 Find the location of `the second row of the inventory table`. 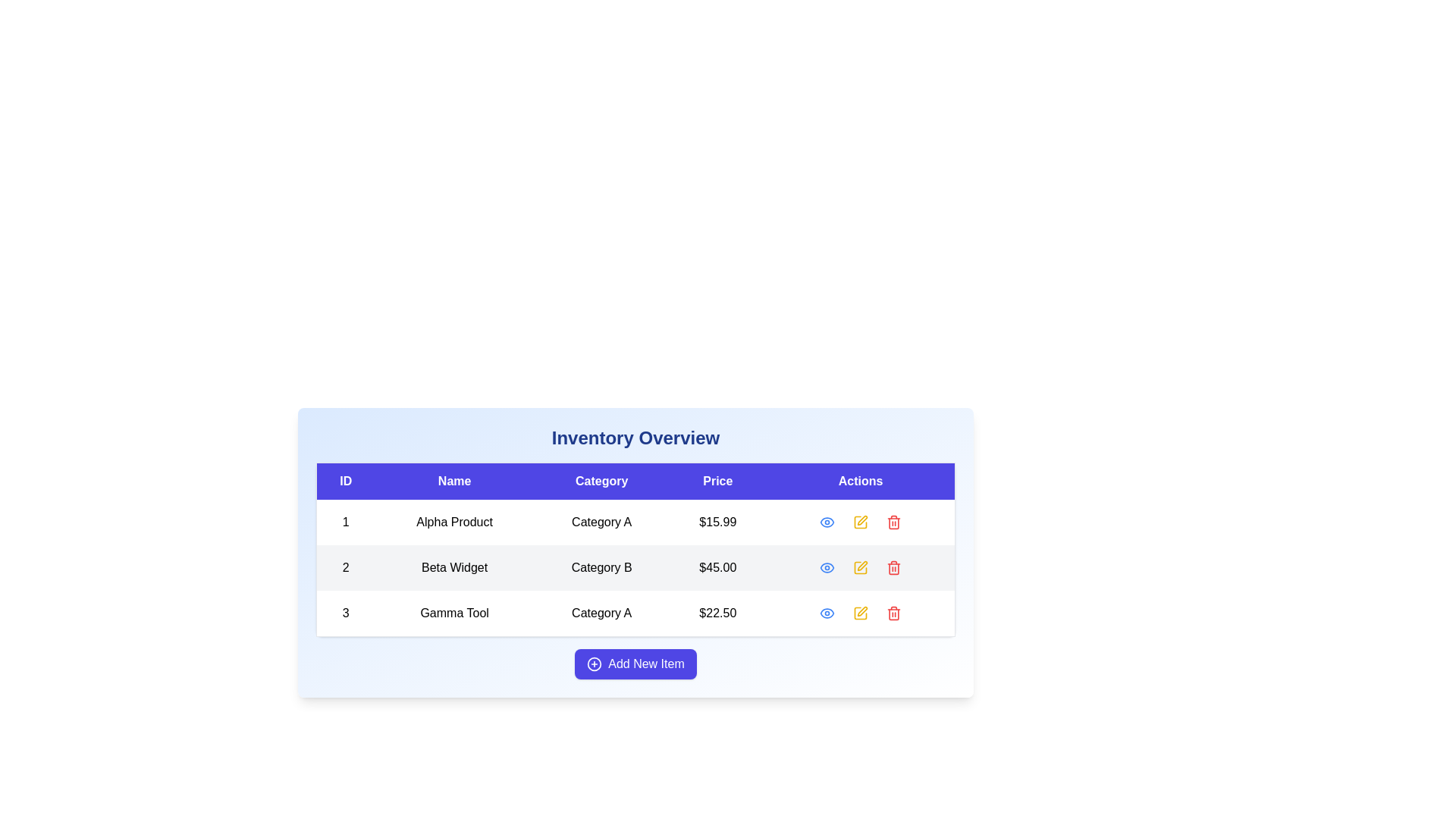

the second row of the inventory table is located at coordinates (635, 553).